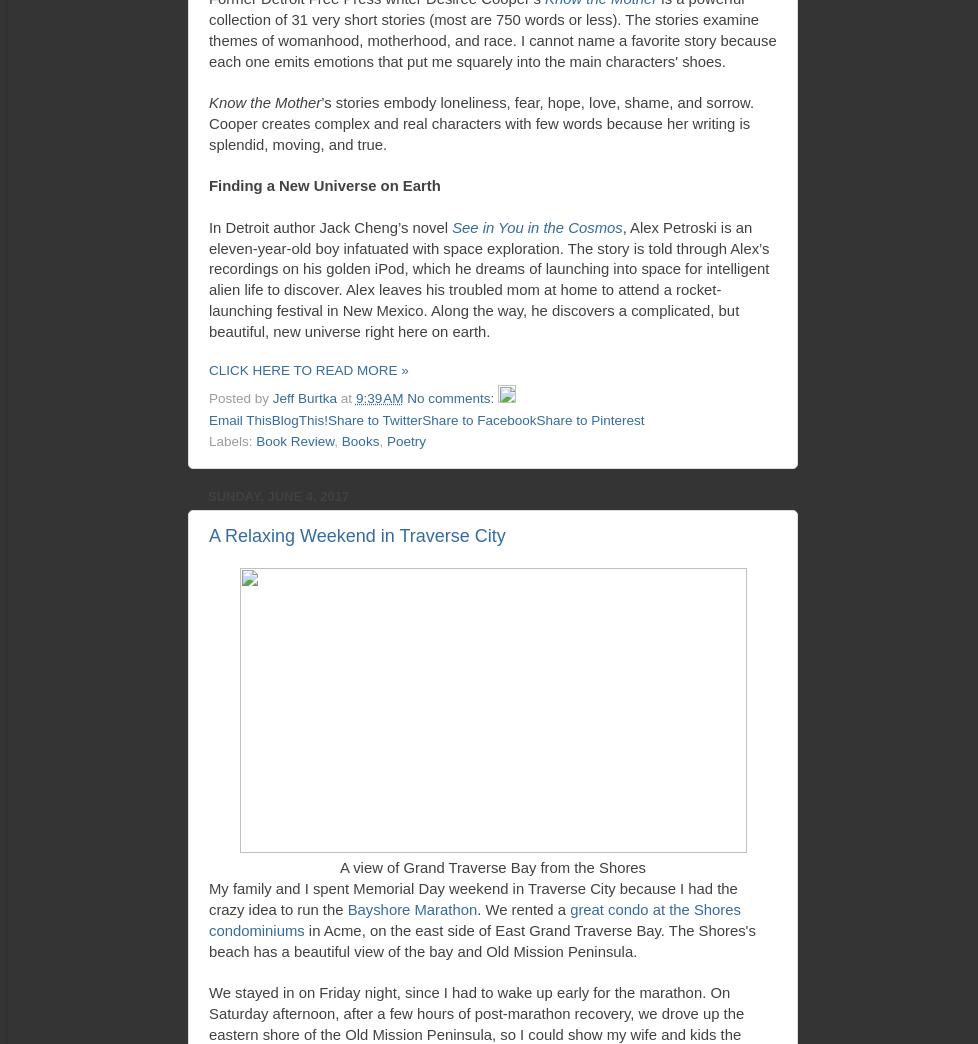  Describe the element at coordinates (346, 397) in the screenshot. I see `'at'` at that location.